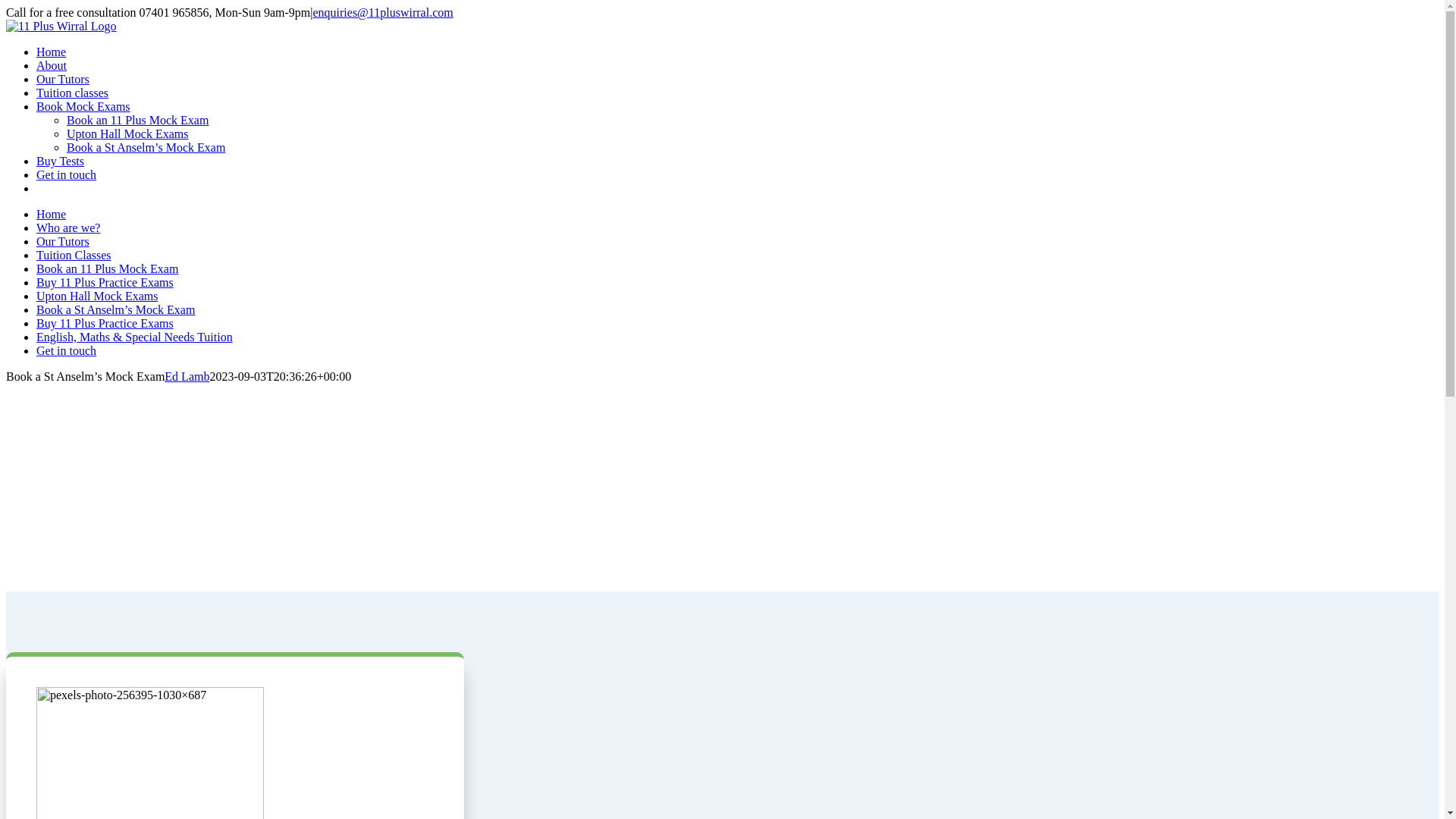  I want to click on 'Tuition Classes', so click(73, 254).